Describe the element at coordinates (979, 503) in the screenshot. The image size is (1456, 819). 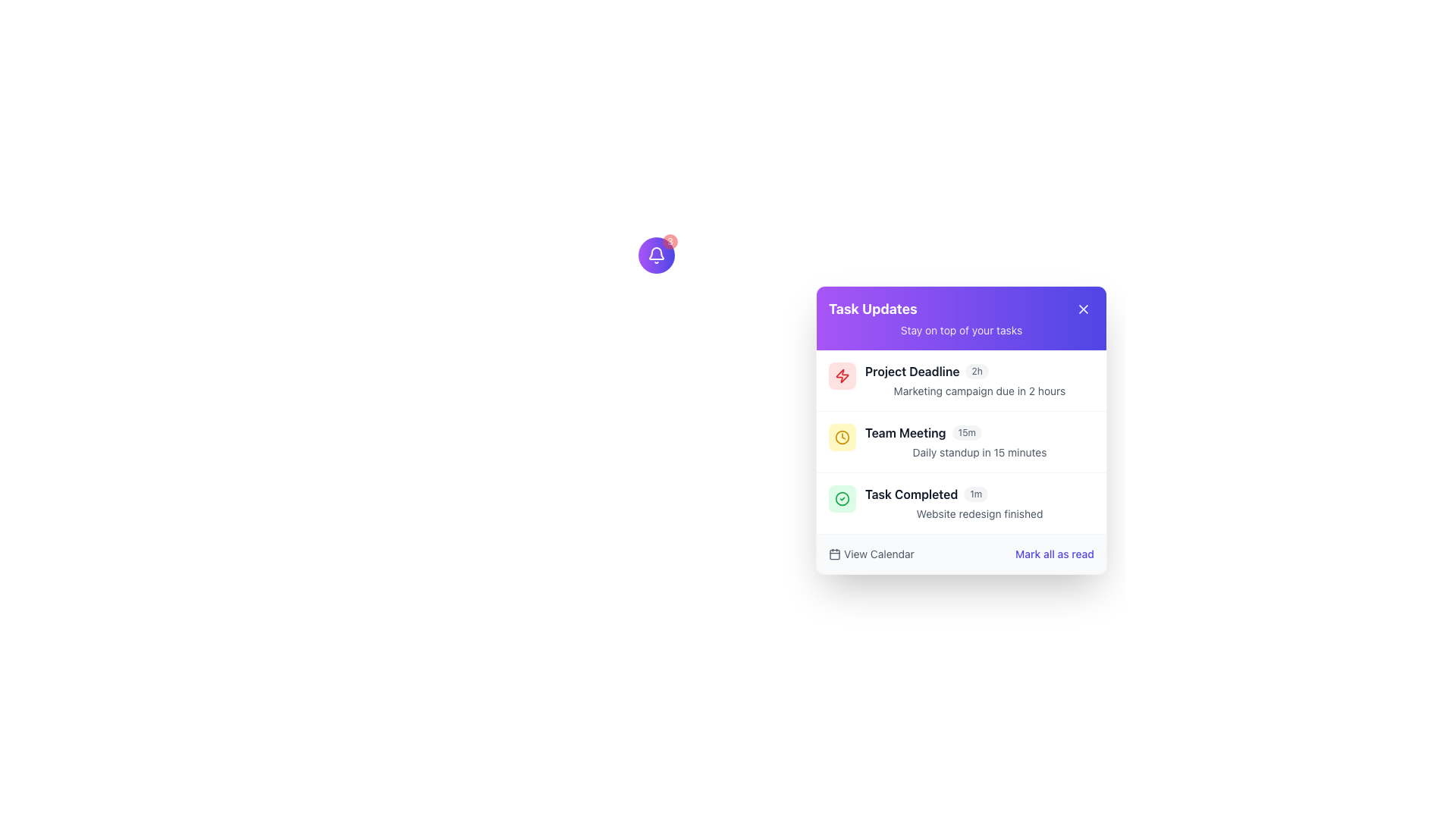
I see `the third notification in the 'Task Updates' section, which provides a notification about a completed task with a brief description and the elapsed time since completion` at that location.